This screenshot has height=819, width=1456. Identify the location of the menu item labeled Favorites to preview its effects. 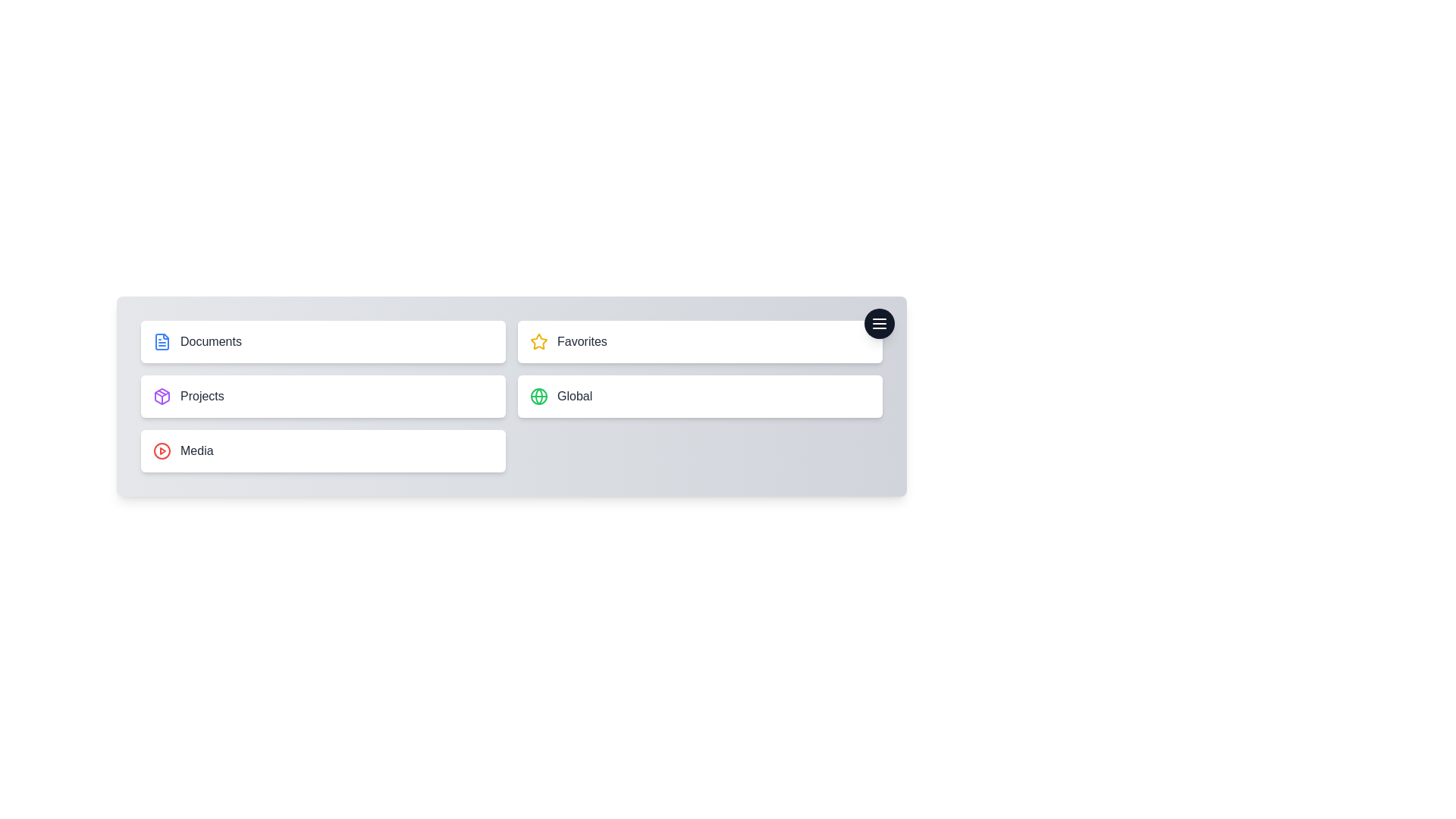
(699, 342).